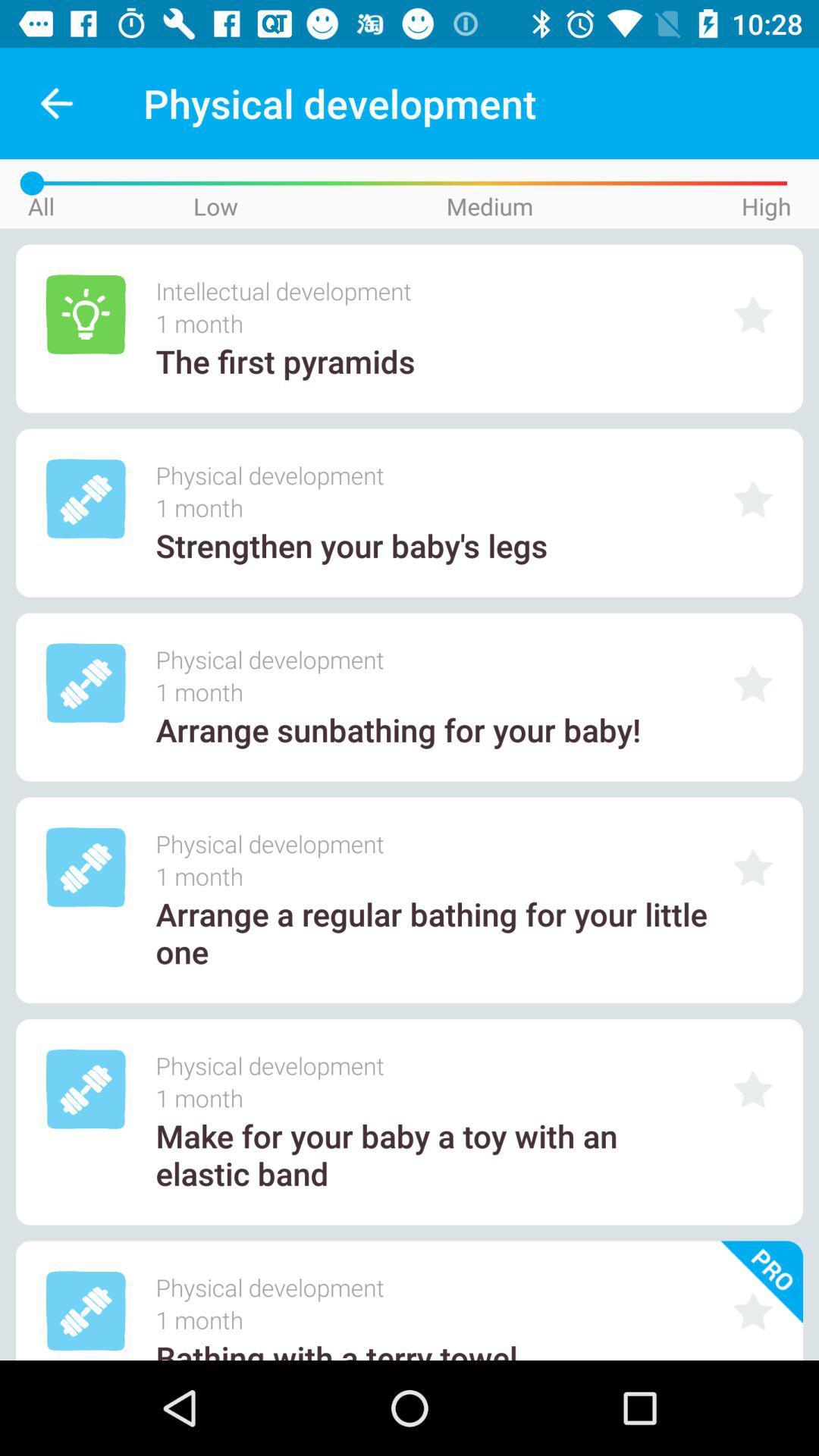 The image size is (819, 1456). What do you see at coordinates (753, 682) in the screenshot?
I see `like` at bounding box center [753, 682].